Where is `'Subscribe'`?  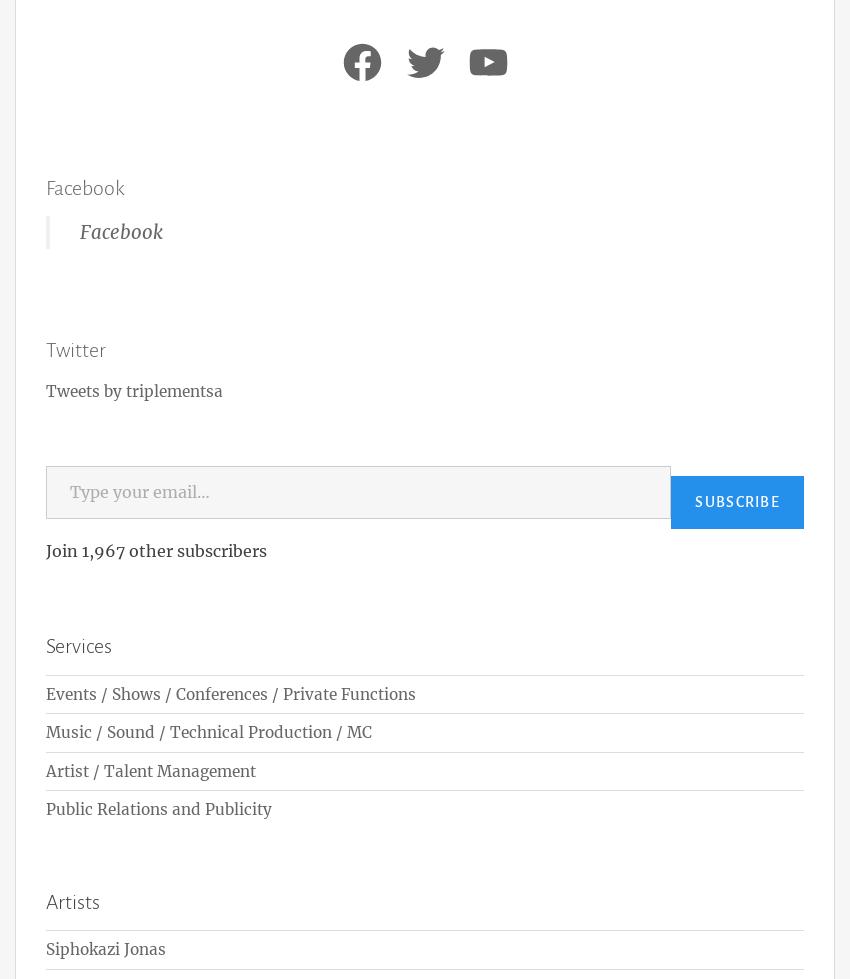 'Subscribe' is located at coordinates (737, 499).